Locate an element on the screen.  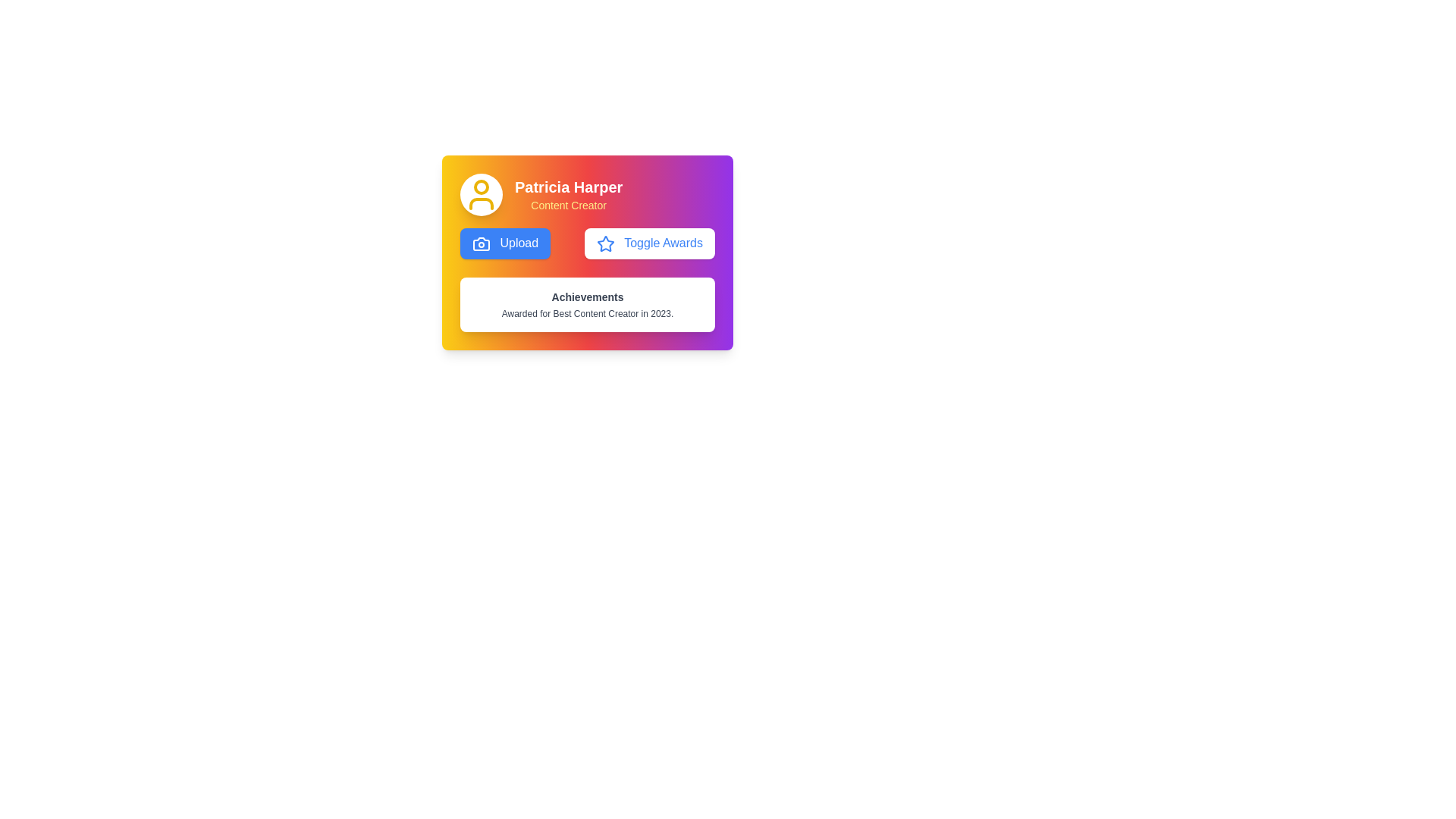
the small circular component that represents a facial feature on the user profile icon within the colorful user details card is located at coordinates (480, 186).